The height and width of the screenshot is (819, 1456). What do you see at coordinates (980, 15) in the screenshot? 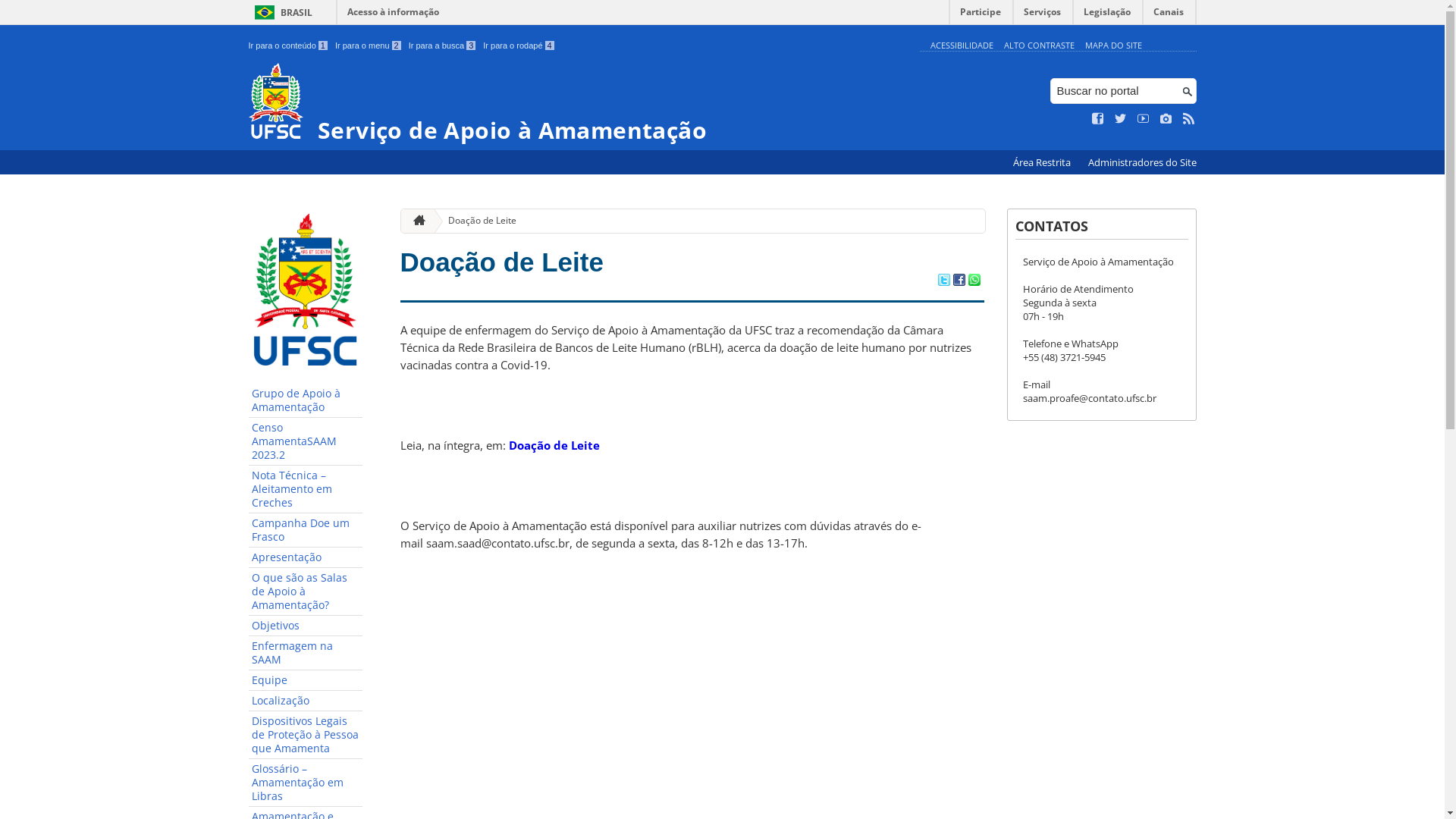
I see `'Participe'` at bounding box center [980, 15].